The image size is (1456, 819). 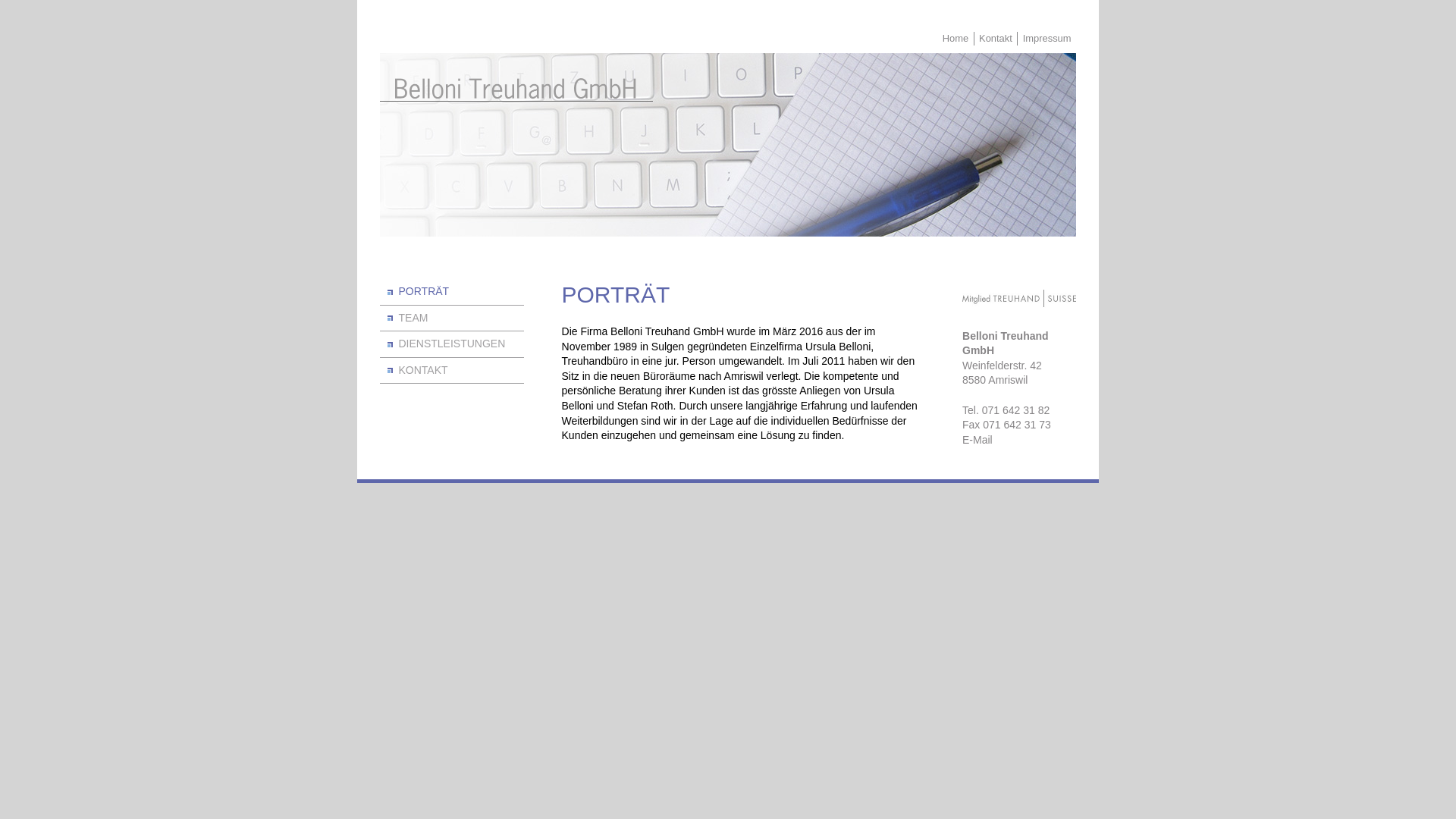 What do you see at coordinates (450, 344) in the screenshot?
I see `'DIENSTLEISTUNGEN'` at bounding box center [450, 344].